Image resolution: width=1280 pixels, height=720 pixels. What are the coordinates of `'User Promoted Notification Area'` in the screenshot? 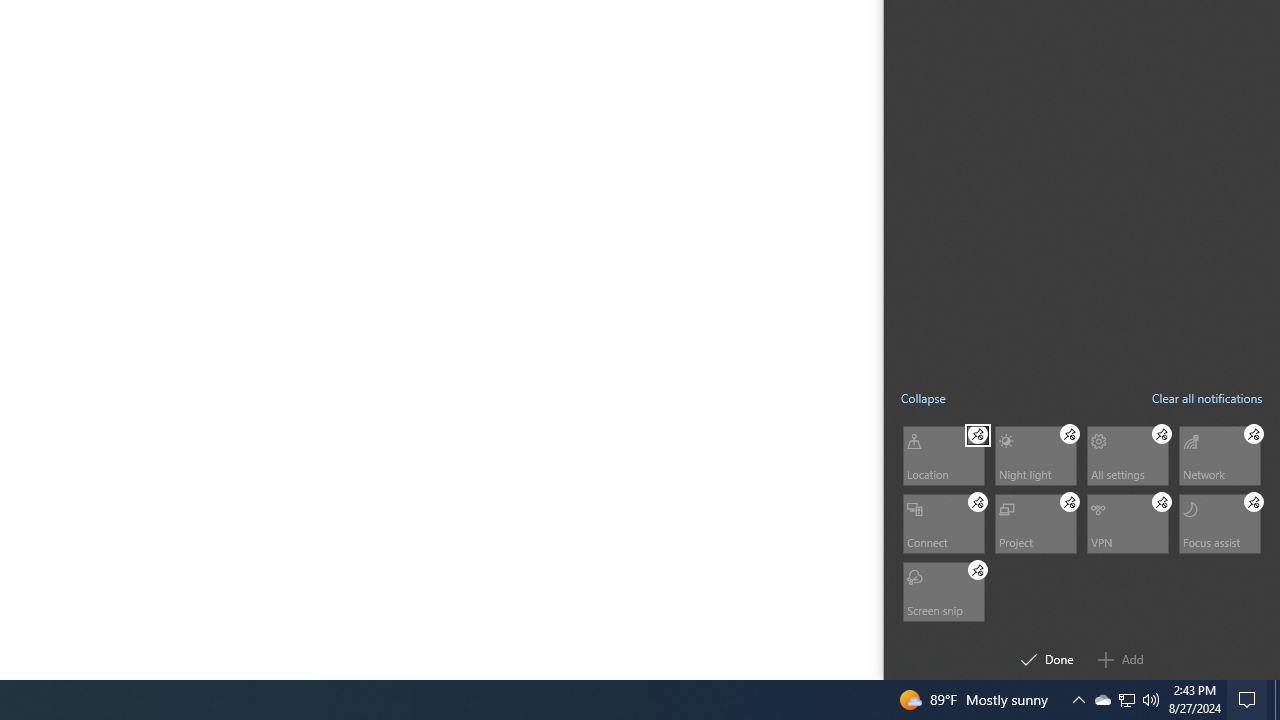 It's located at (1127, 698).